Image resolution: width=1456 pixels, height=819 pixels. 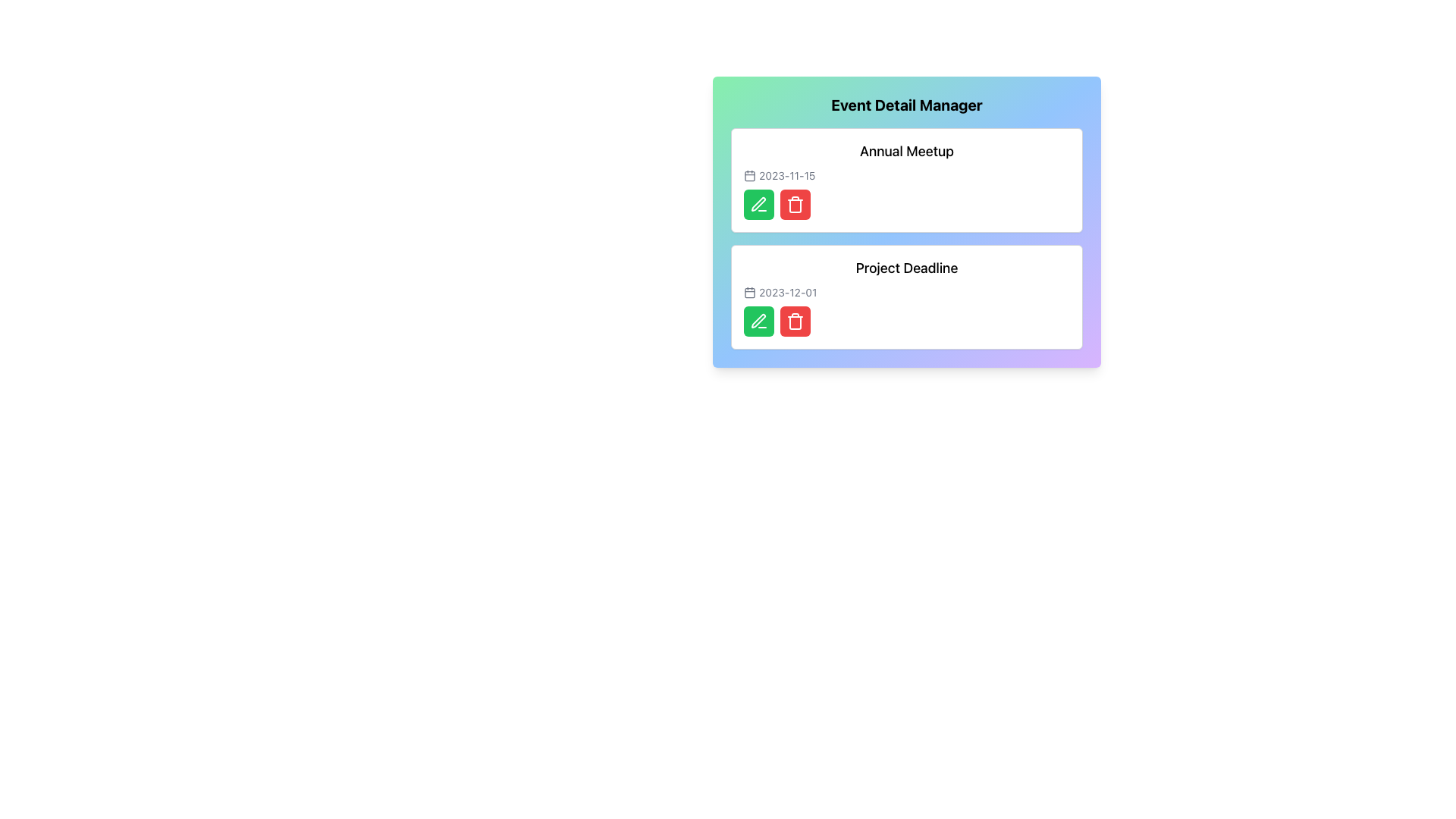 I want to click on the green outlined icon button resembling a pen, located within the 'Project Deadline' card, so click(x=758, y=320).